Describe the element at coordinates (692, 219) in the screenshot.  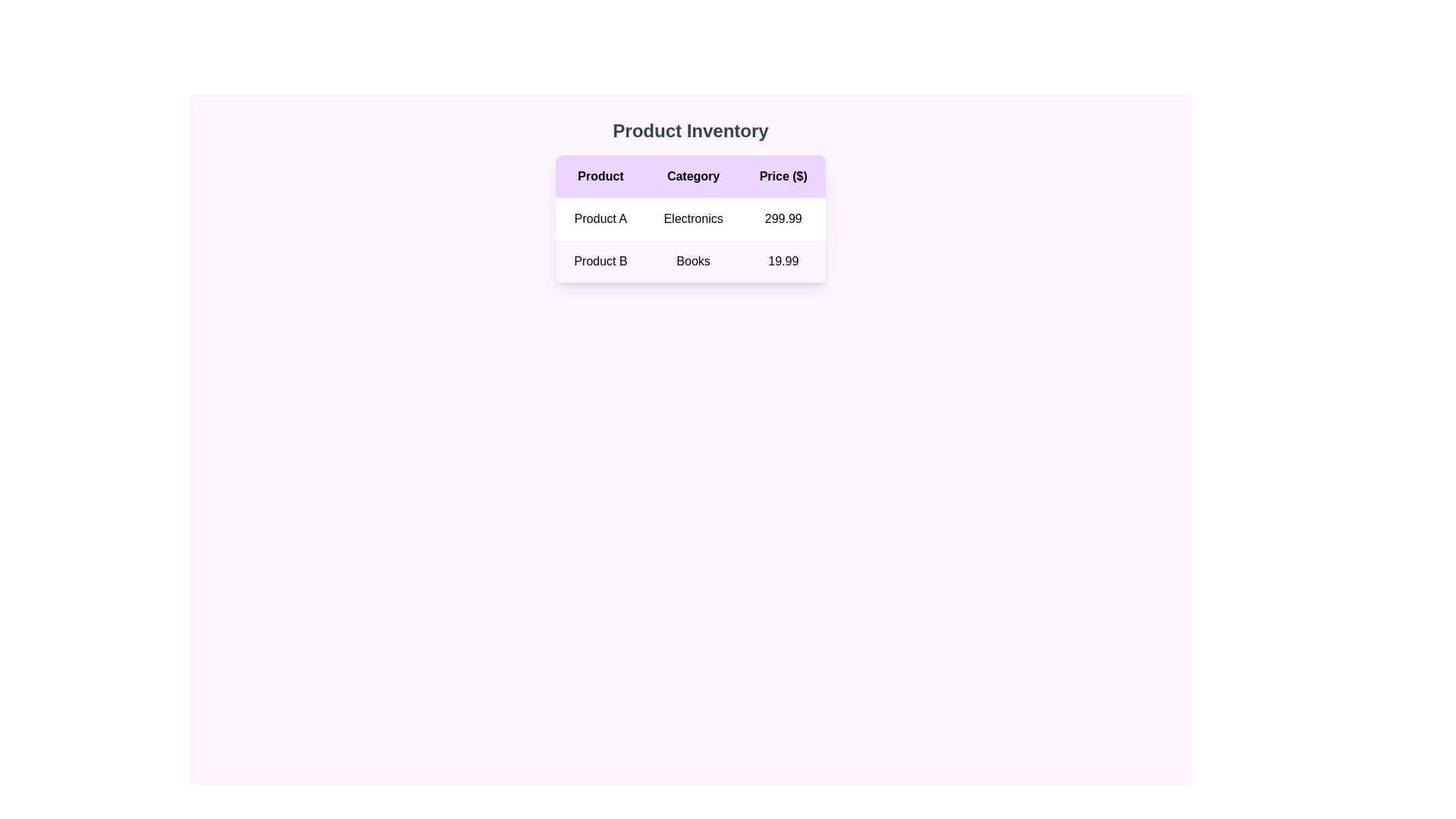
I see `the informational Text label indicating the category 'Product A' in the inventory table` at that location.